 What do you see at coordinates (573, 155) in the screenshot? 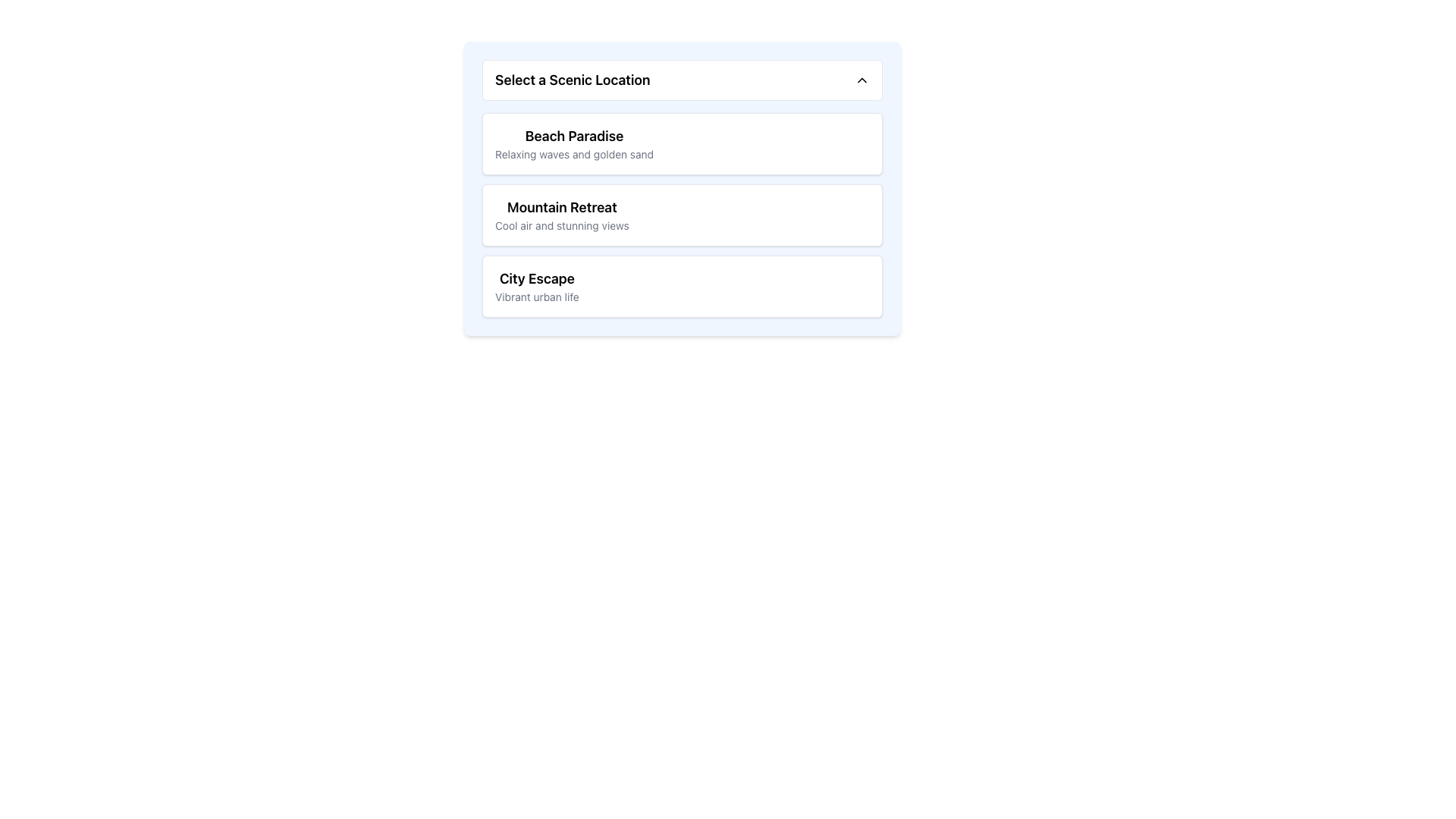
I see `text description element displaying 'Relaxing waves and golden sand' located below the title 'Beach Paradise' in the first list item of the vertical menu` at bounding box center [573, 155].